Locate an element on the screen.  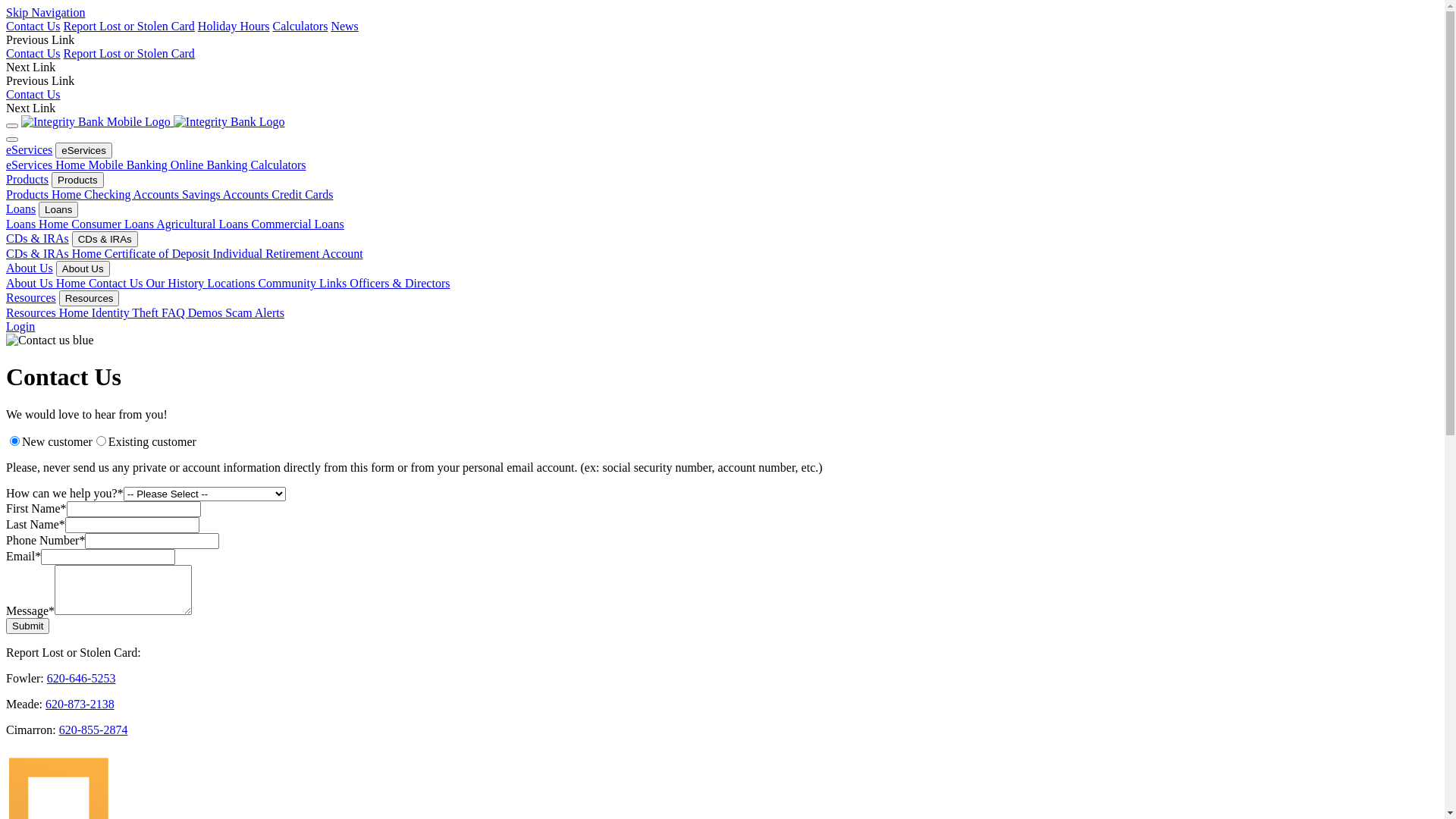
'Contact Us' is located at coordinates (116, 283).